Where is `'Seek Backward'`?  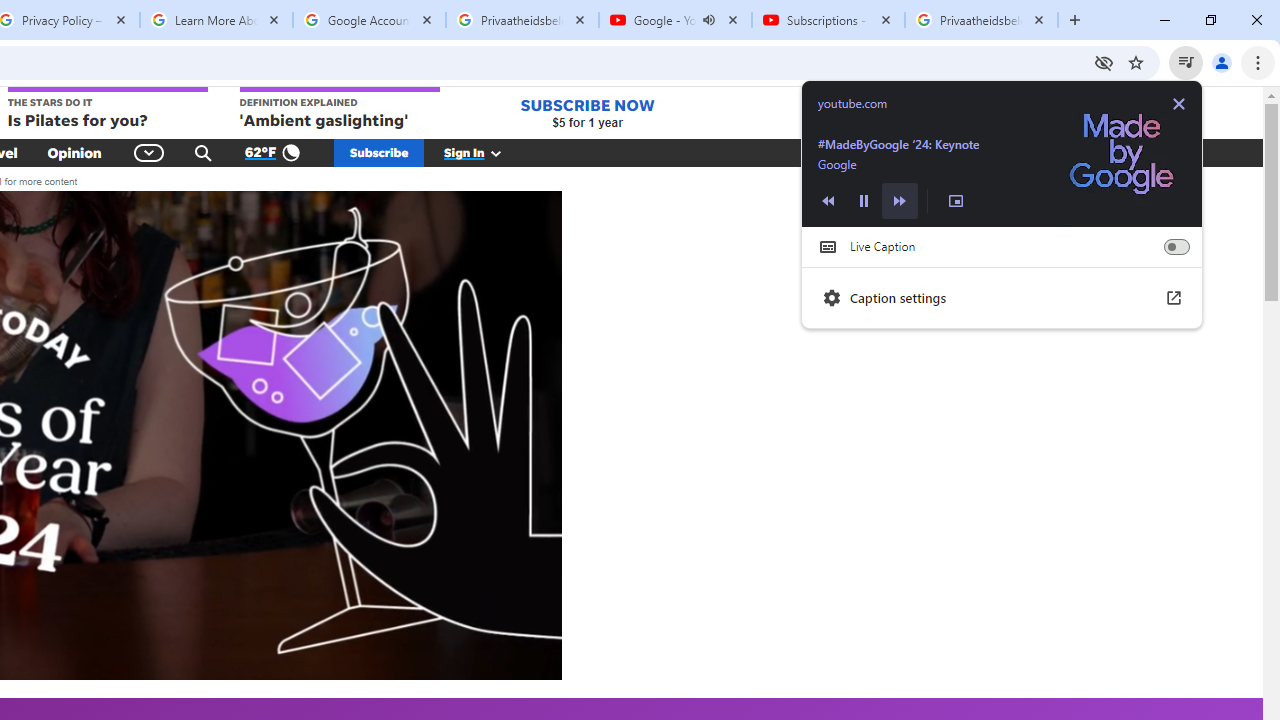
'Seek Backward' is located at coordinates (828, 200).